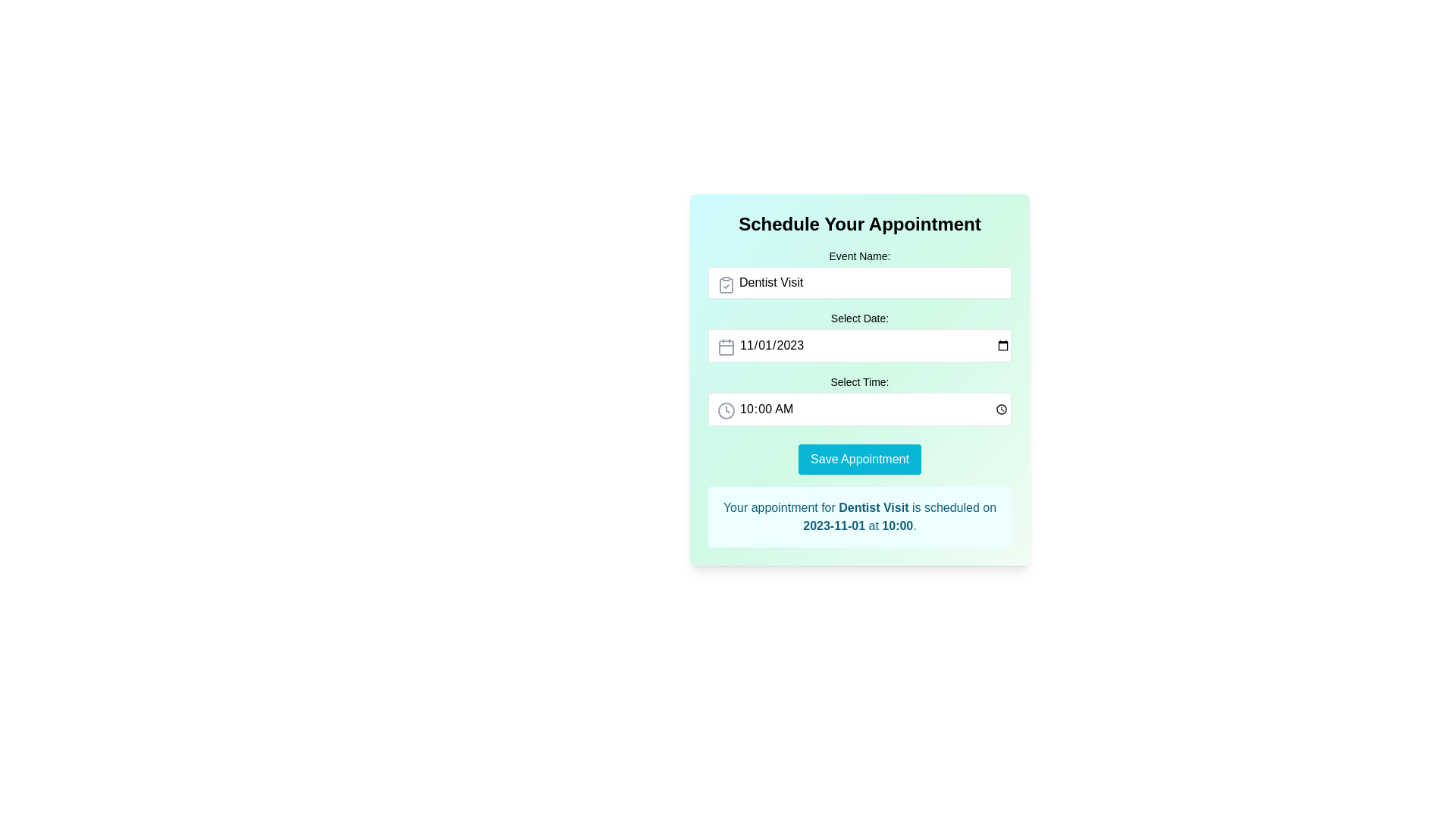  I want to click on Text Label located at the top of the form layout, directly above the event name input field, to understand the associated input's purpose, so click(859, 256).